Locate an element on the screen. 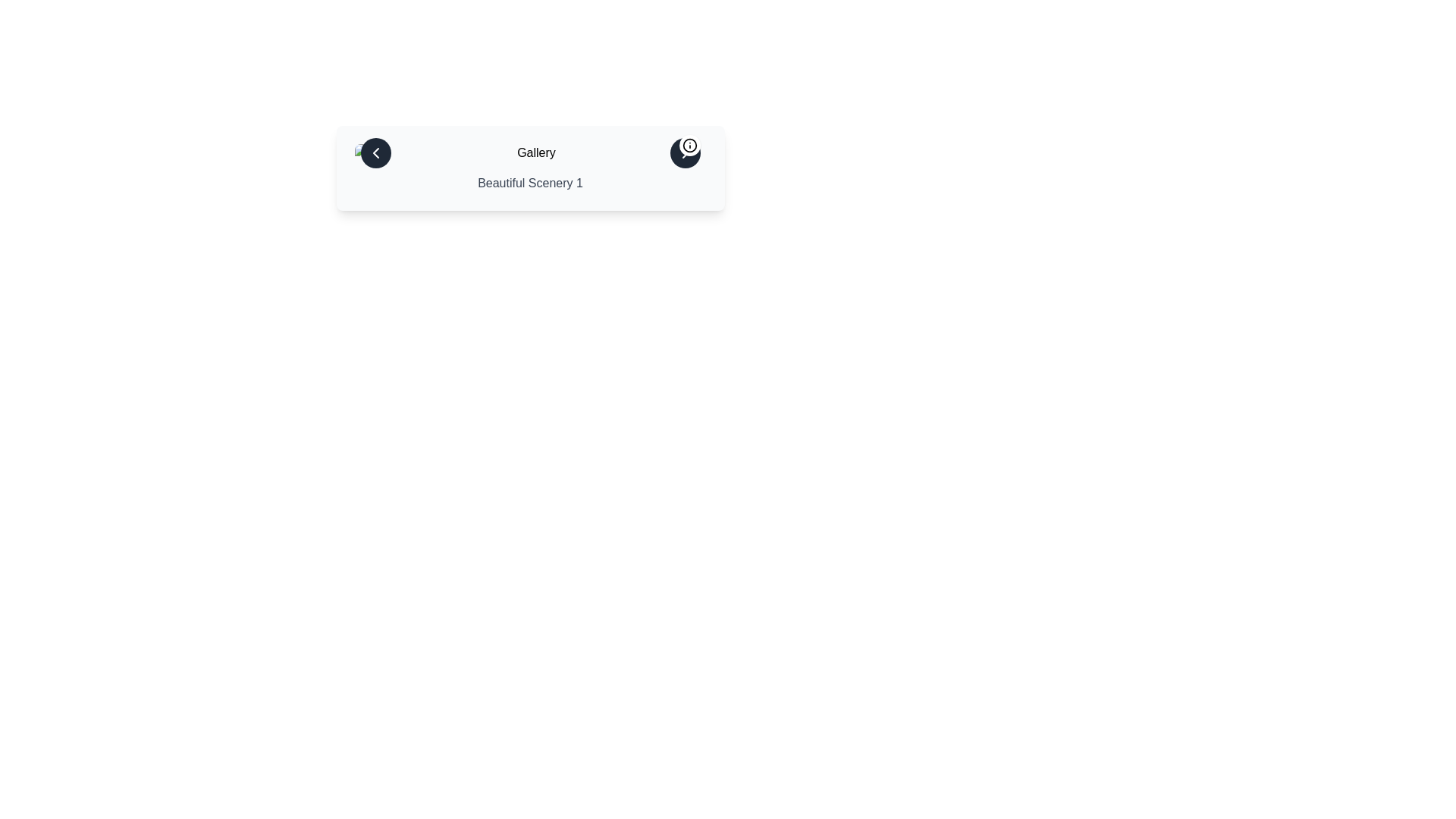  the rightward-pointing chevron arrow icon to trigger a tooltip or state change is located at coordinates (684, 152).